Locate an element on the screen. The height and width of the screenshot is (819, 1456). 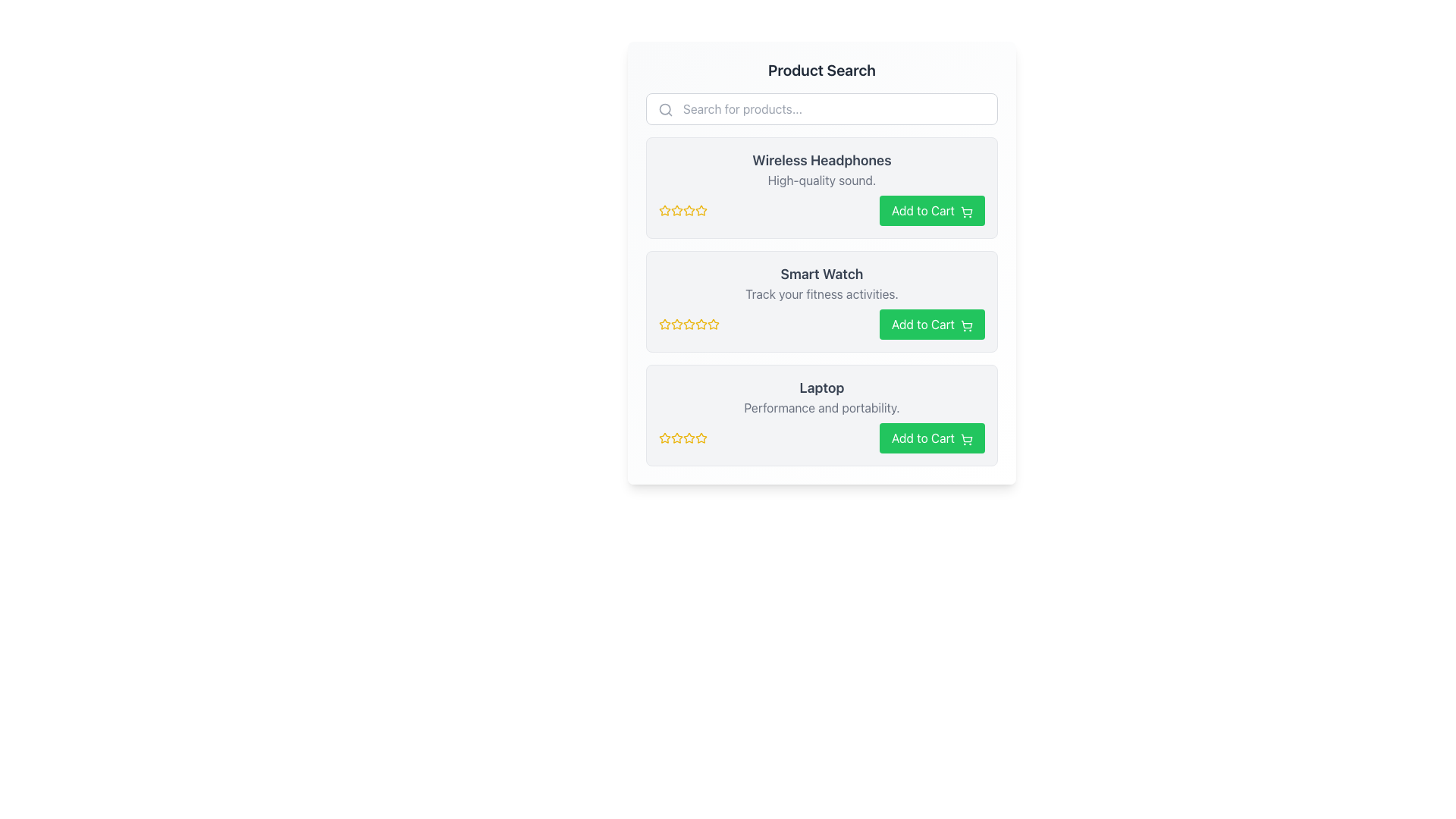
the second yellow star-shaped rating icon in the rating component of the 'Laptop' product is located at coordinates (665, 438).